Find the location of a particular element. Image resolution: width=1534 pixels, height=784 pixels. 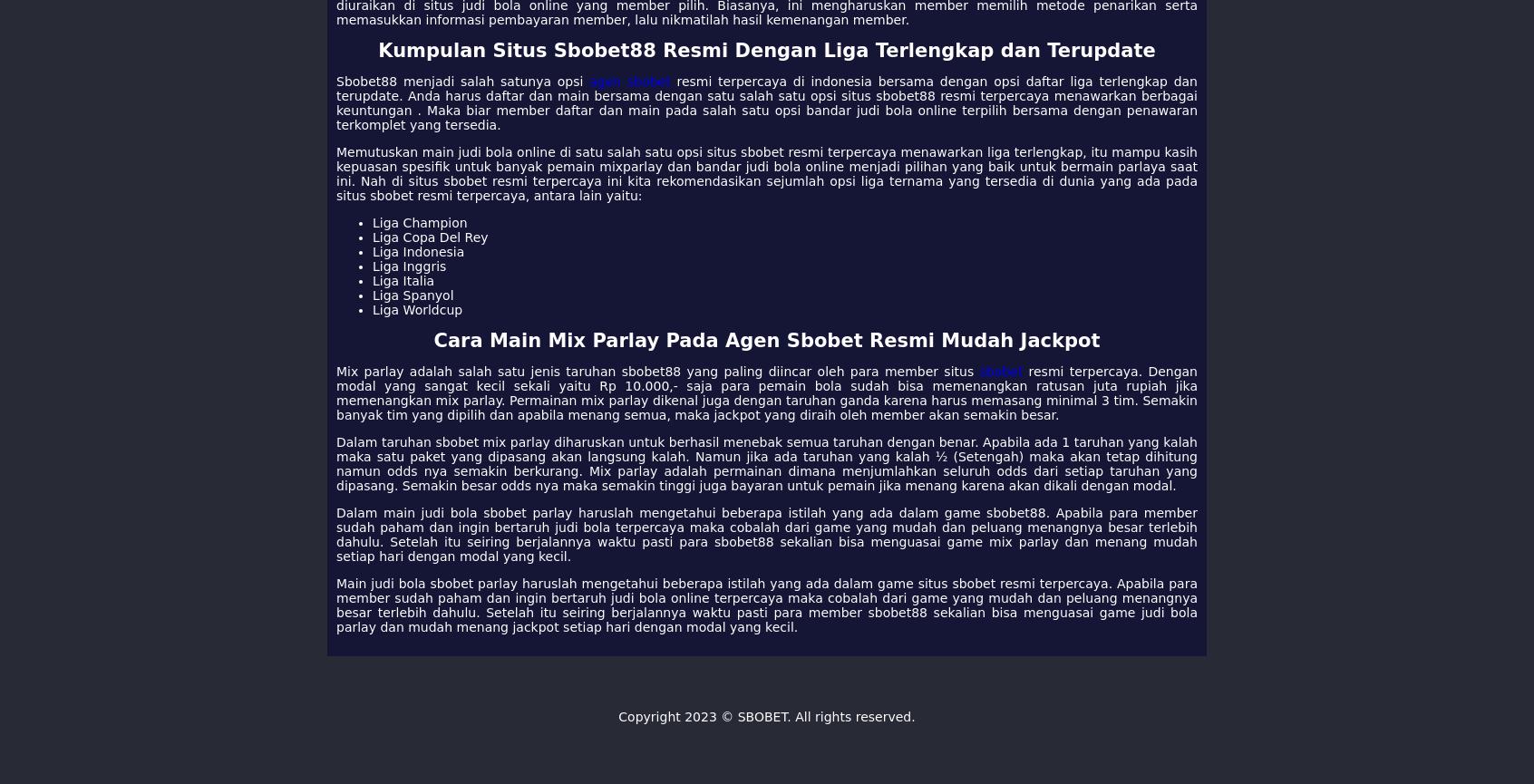

'Liga Champion' is located at coordinates (418, 222).